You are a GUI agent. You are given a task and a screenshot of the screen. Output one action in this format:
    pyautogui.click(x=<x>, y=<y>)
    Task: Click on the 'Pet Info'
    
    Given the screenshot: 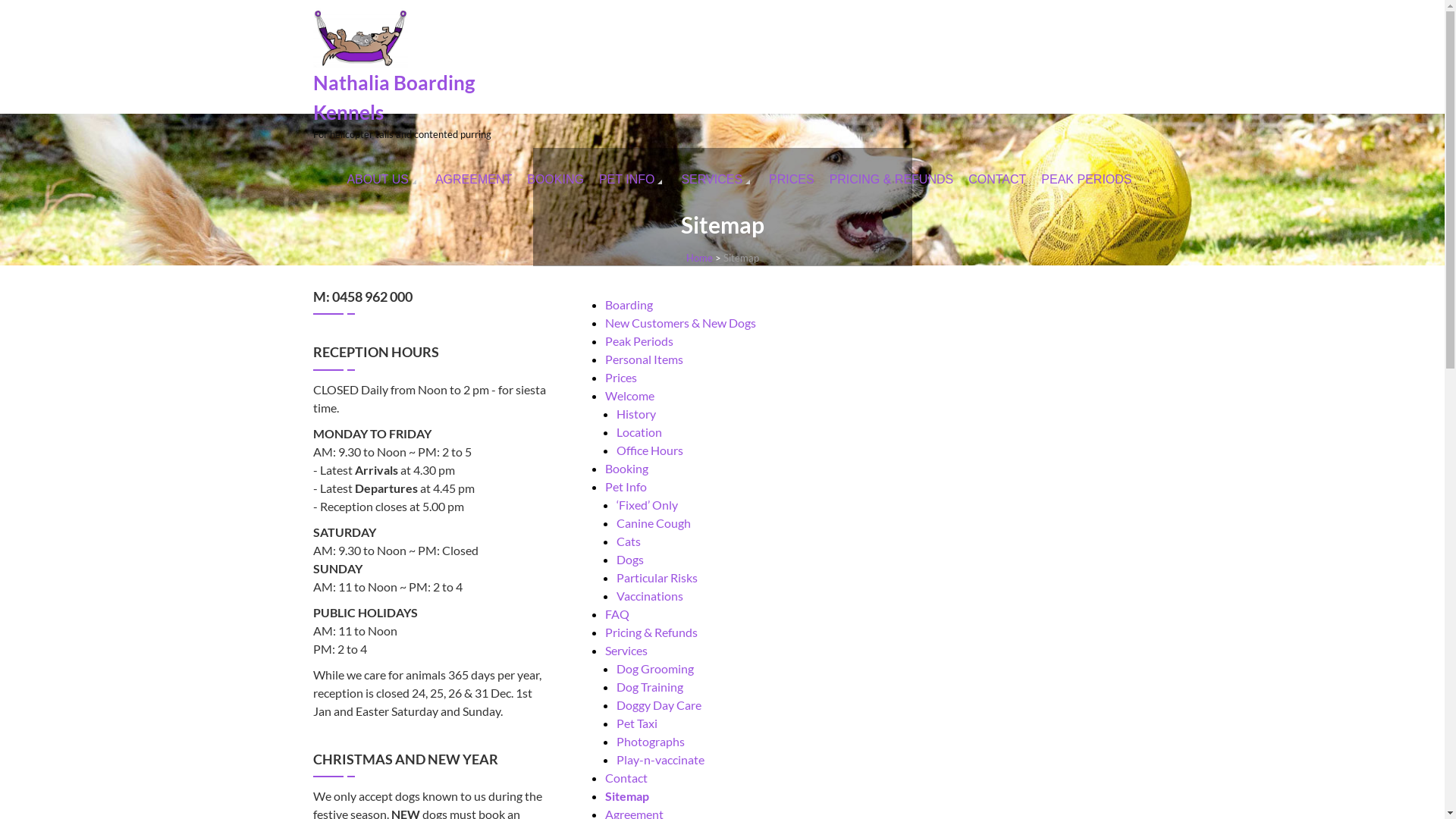 What is the action you would take?
    pyautogui.click(x=626, y=486)
    